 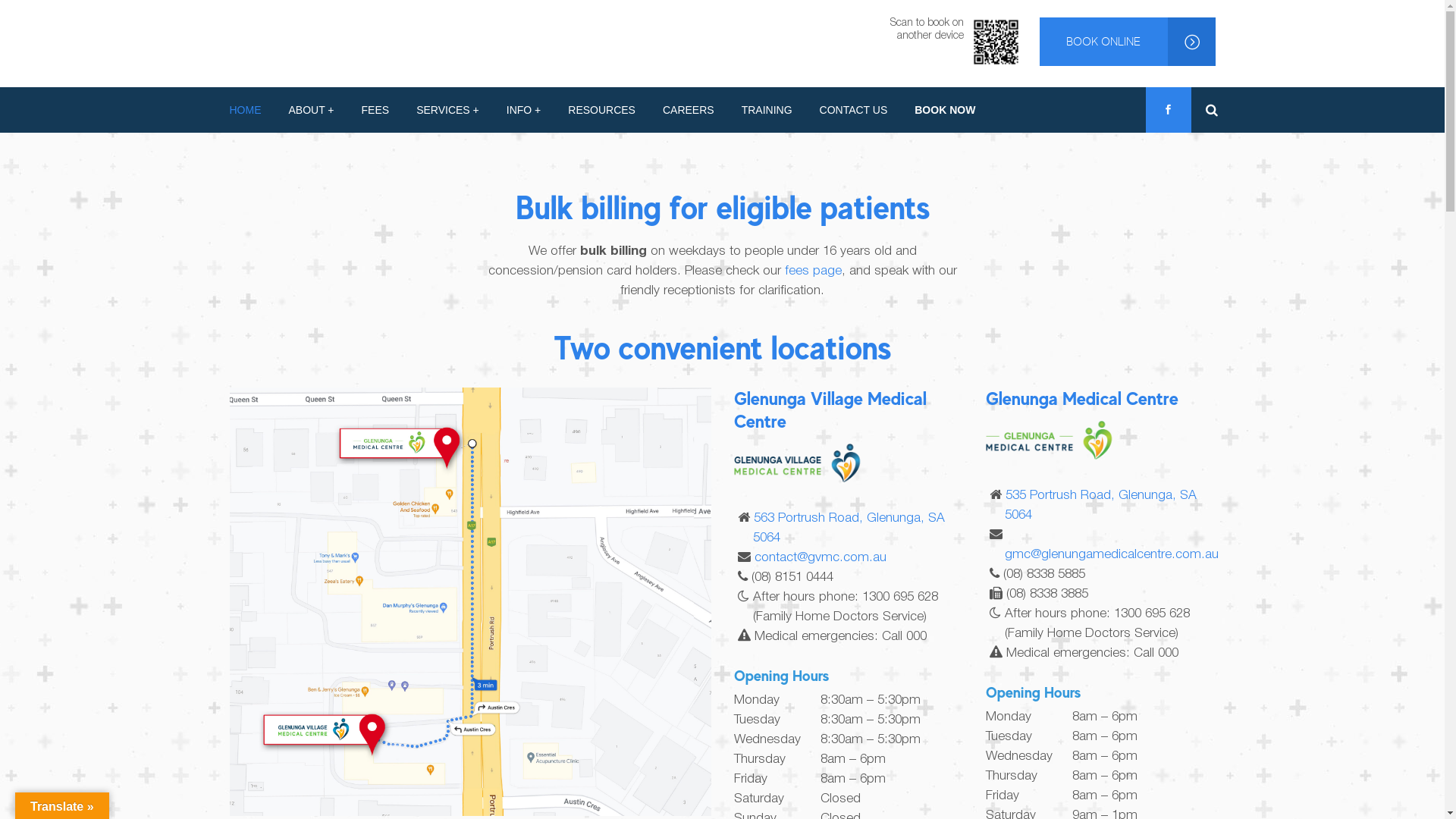 I want to click on 'gmc-left-updated', so click(x=1053, y=441).